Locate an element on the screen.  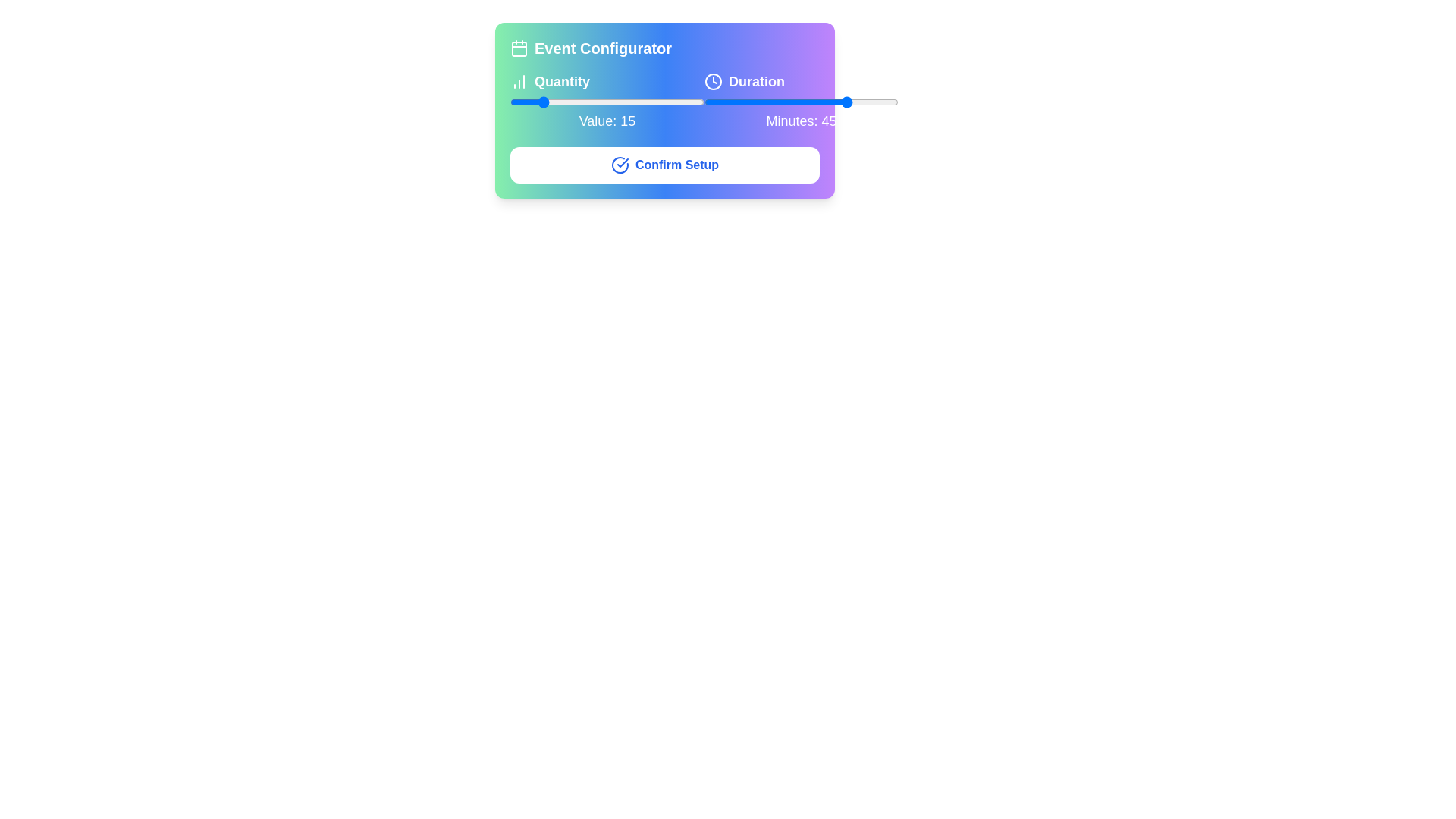
the clock icon that represents duration, located directly to the left of the 'Duration' label in the 'Event Configurator' layout is located at coordinates (712, 82).